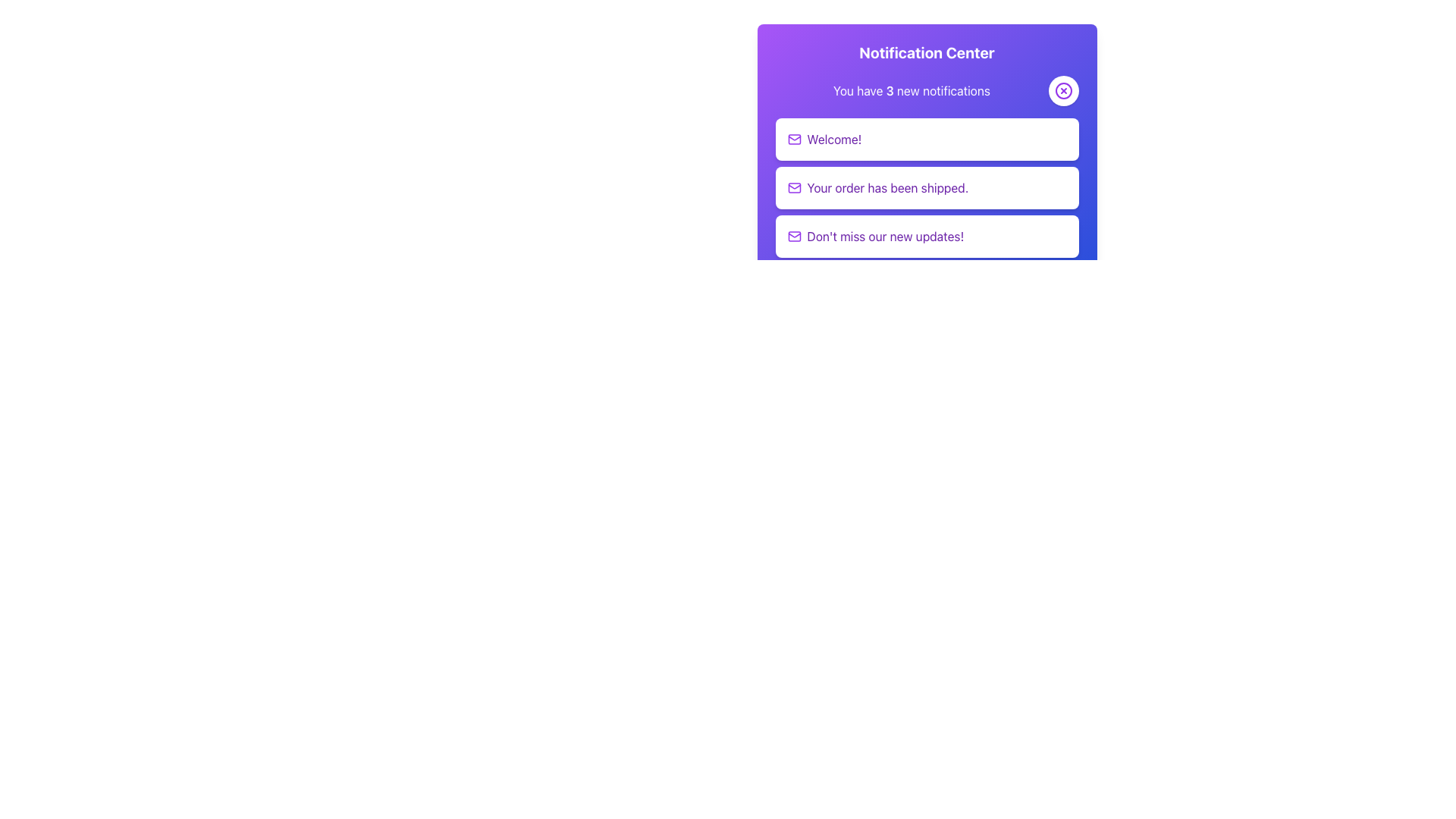  What do you see at coordinates (1062, 90) in the screenshot?
I see `the circle element representing the close button for the notification center in the top-right corner of the notification card interface` at bounding box center [1062, 90].